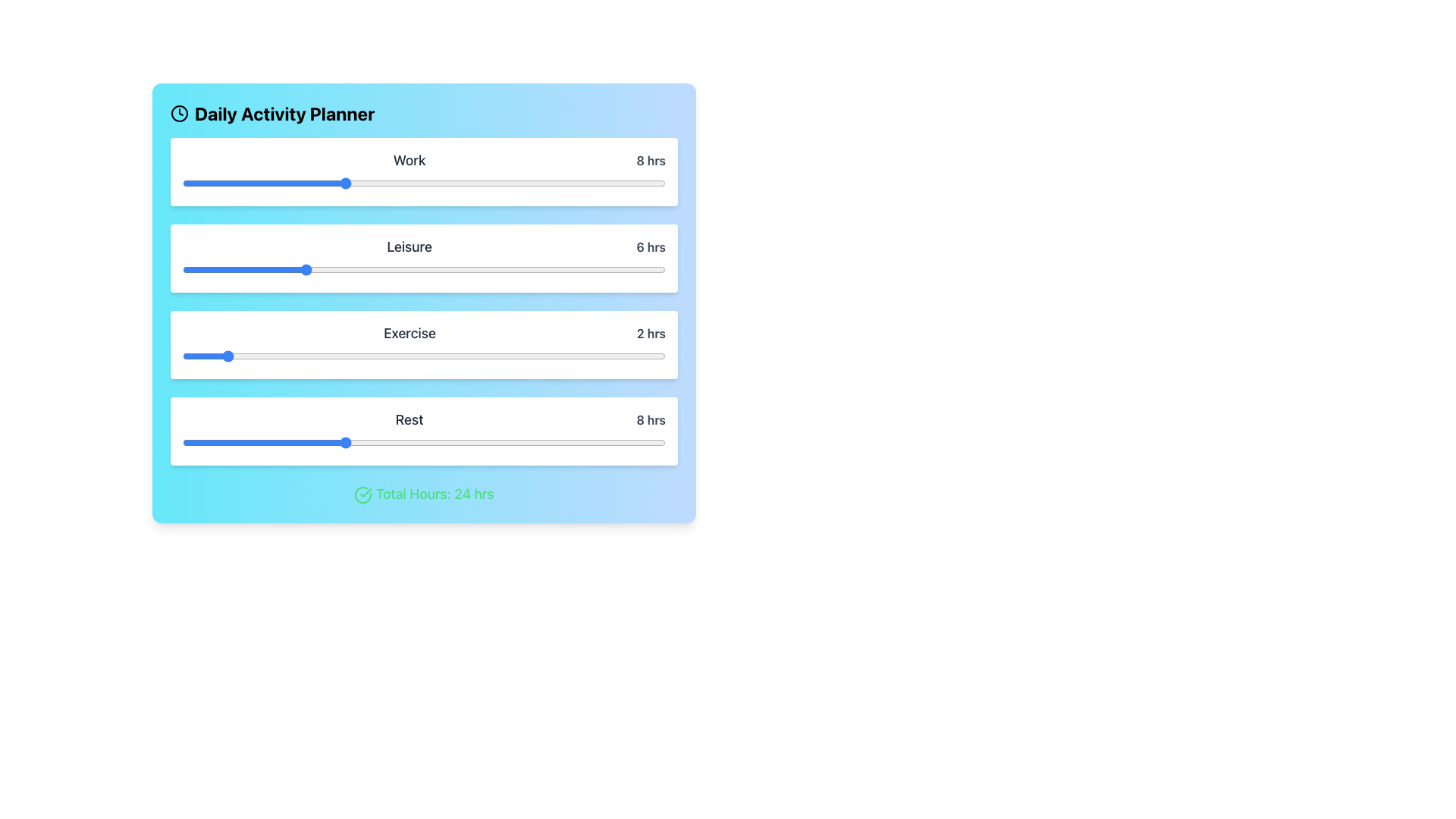  Describe the element at coordinates (484, 356) in the screenshot. I see `the Exercise duration` at that location.